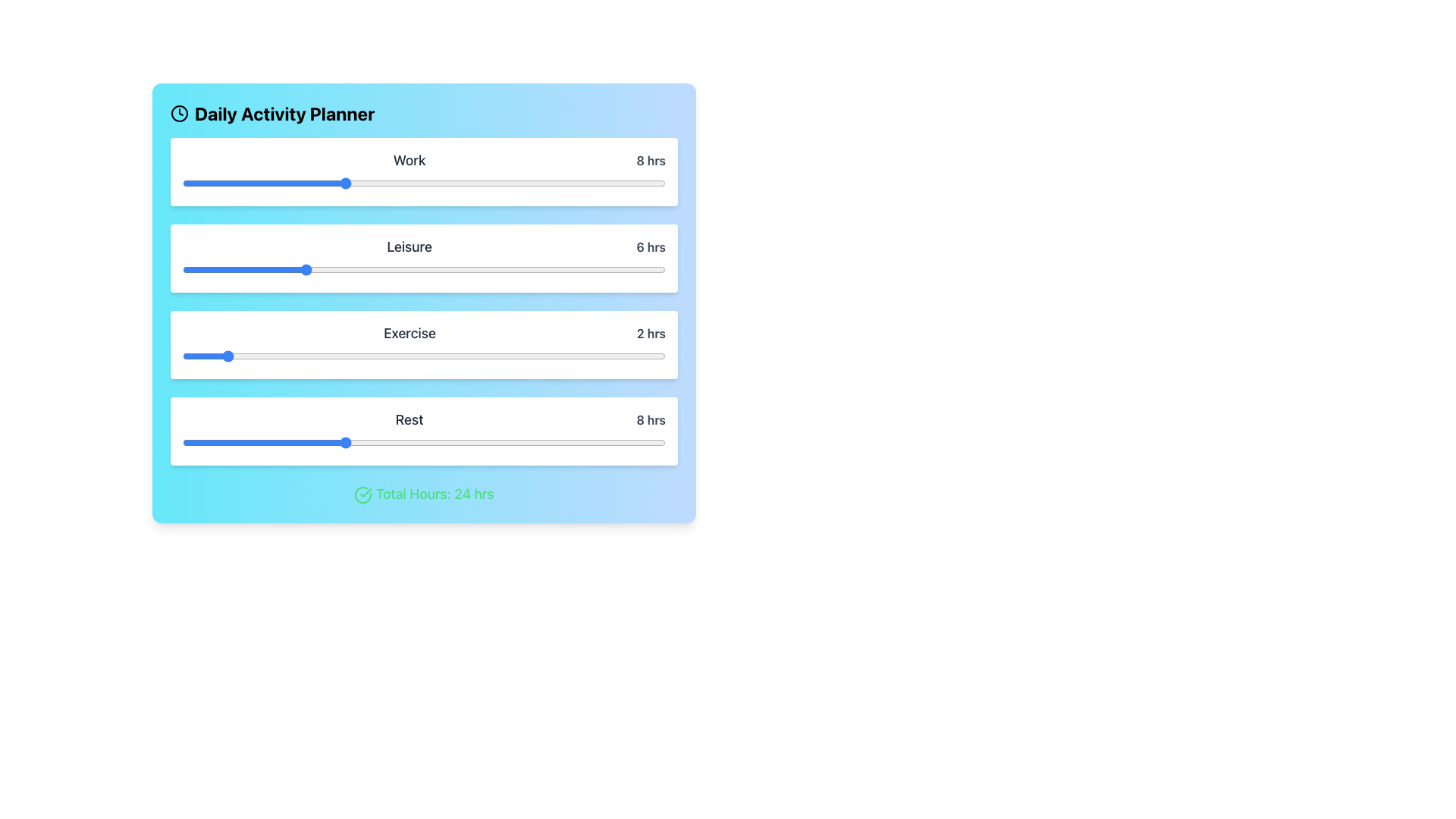  Describe the element at coordinates (484, 356) in the screenshot. I see `the Exercise duration` at that location.